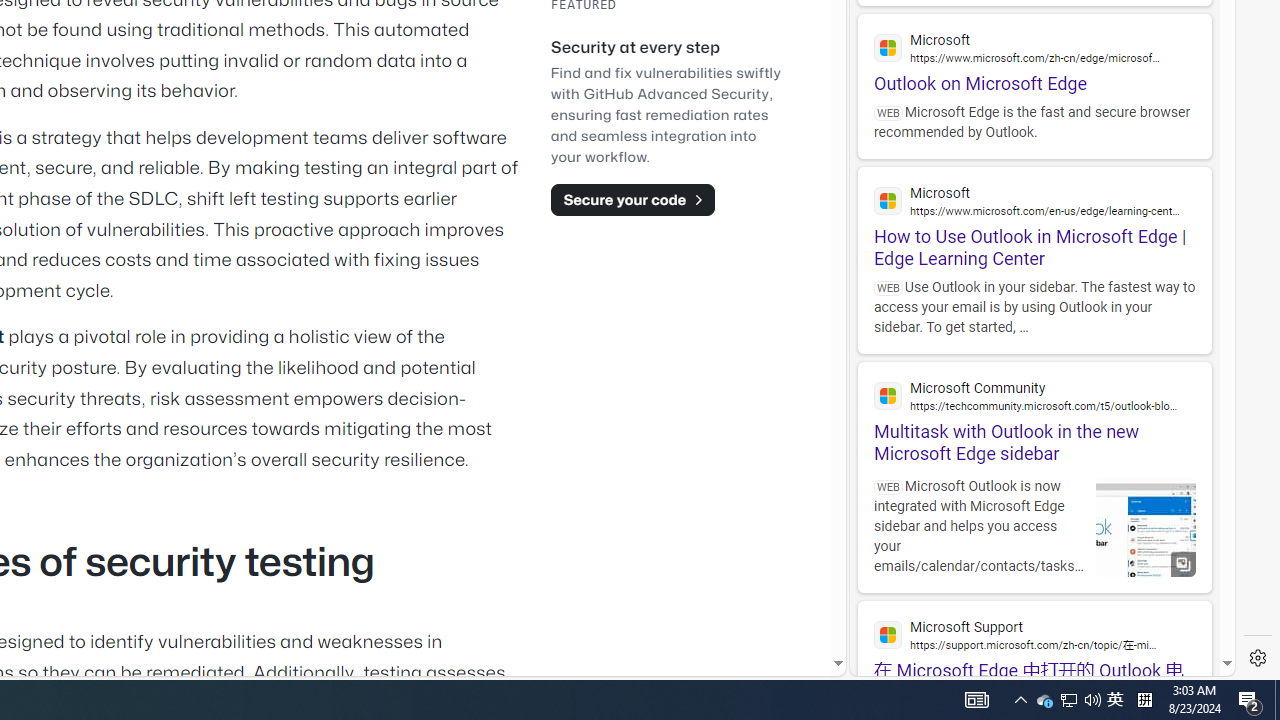  I want to click on 'Secure your code', so click(631, 199).